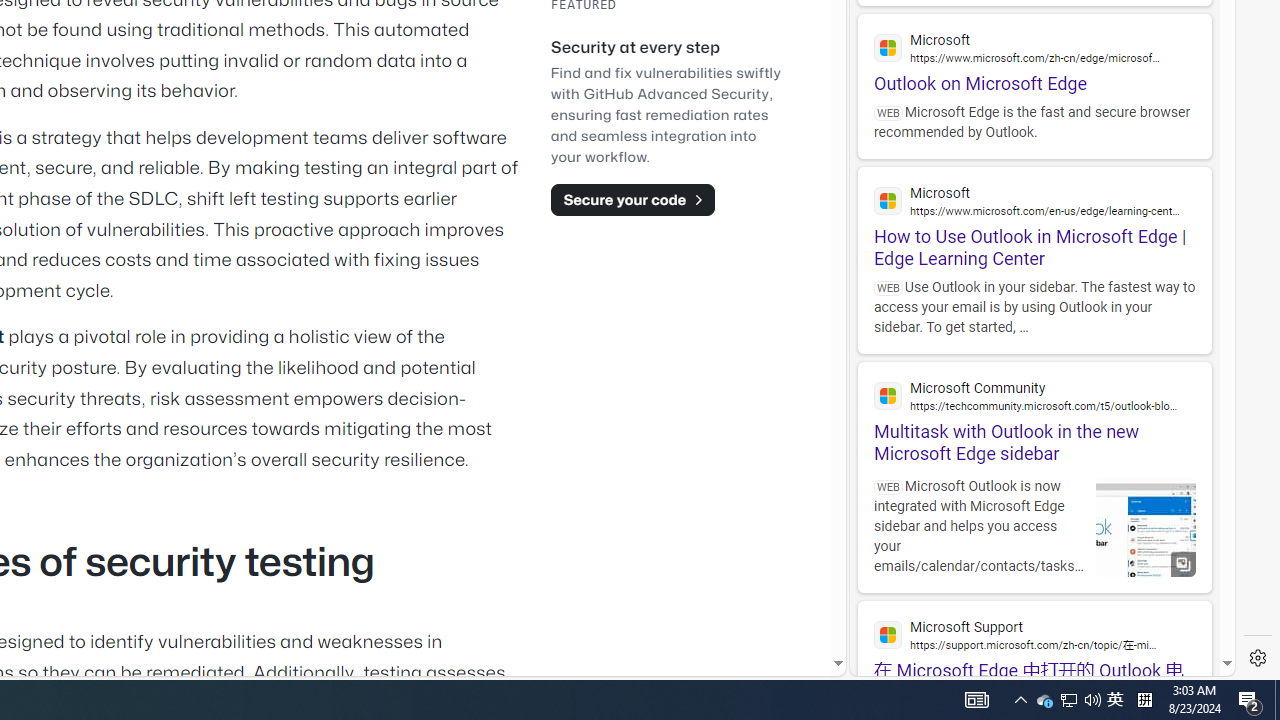  I want to click on 'Secure your code', so click(631, 199).